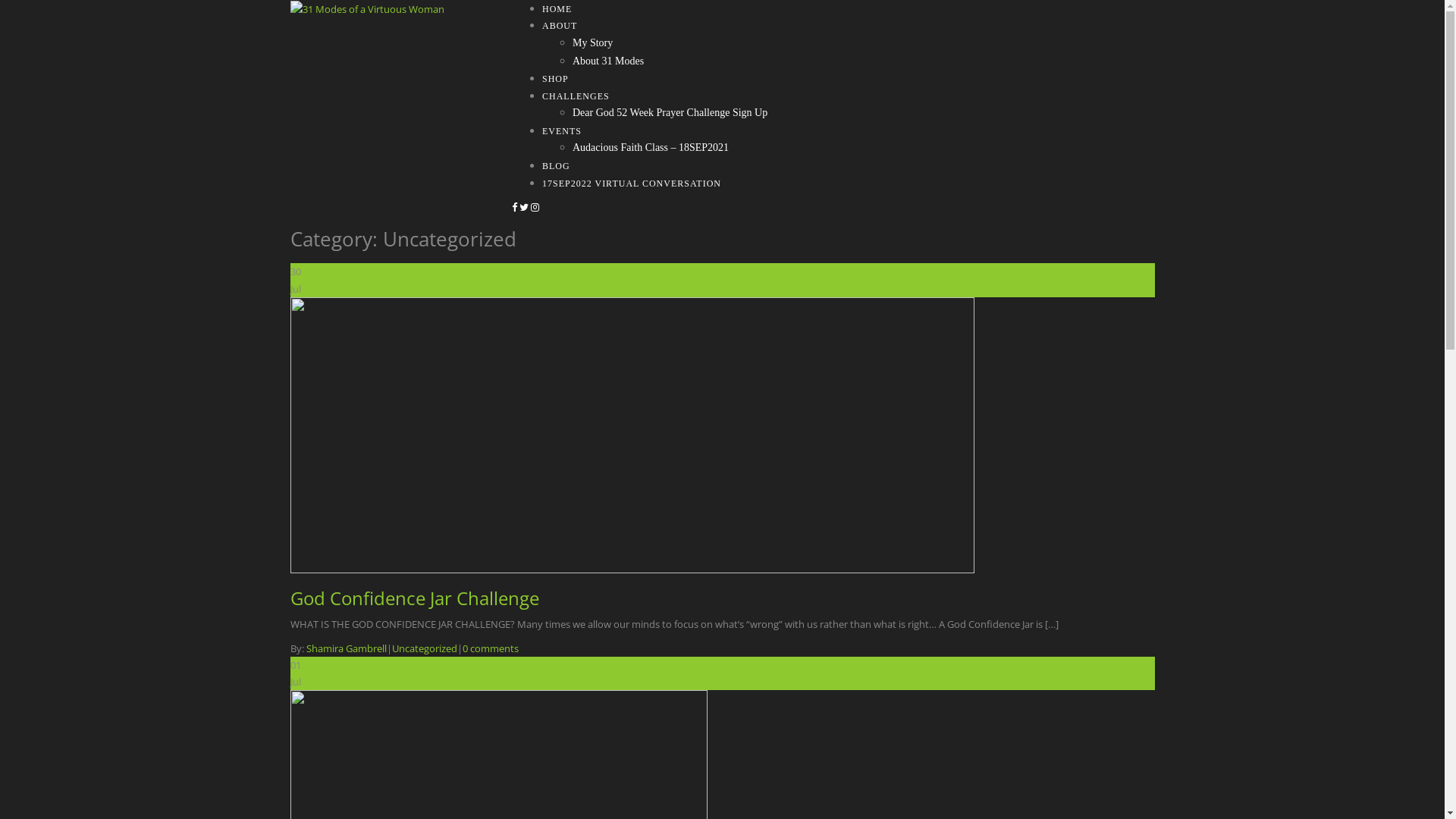  Describe the element at coordinates (542, 79) in the screenshot. I see `'SHOP'` at that location.